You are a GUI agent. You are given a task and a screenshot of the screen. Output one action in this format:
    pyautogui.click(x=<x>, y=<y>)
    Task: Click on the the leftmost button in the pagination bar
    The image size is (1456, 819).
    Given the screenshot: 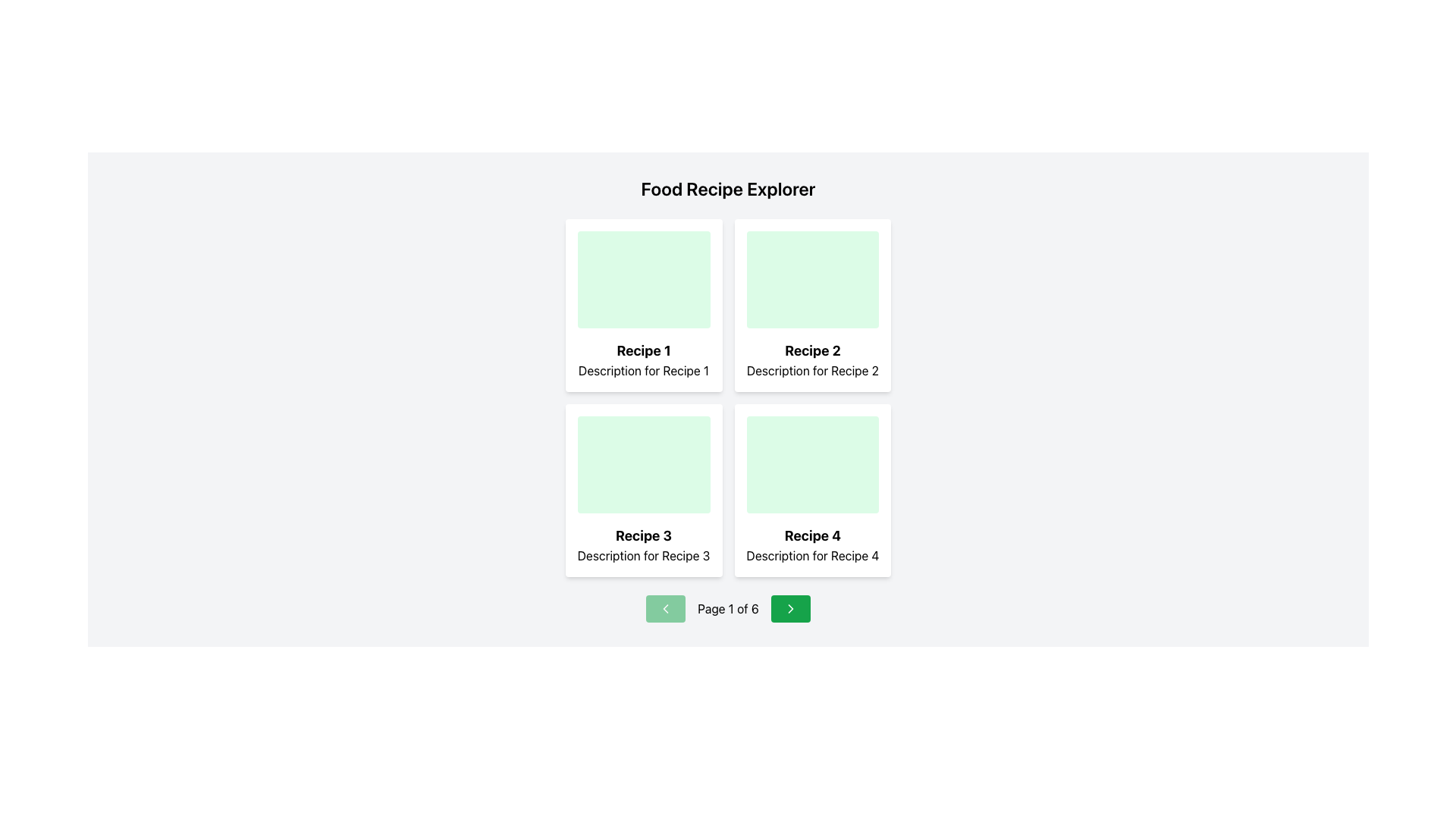 What is the action you would take?
    pyautogui.click(x=666, y=607)
    